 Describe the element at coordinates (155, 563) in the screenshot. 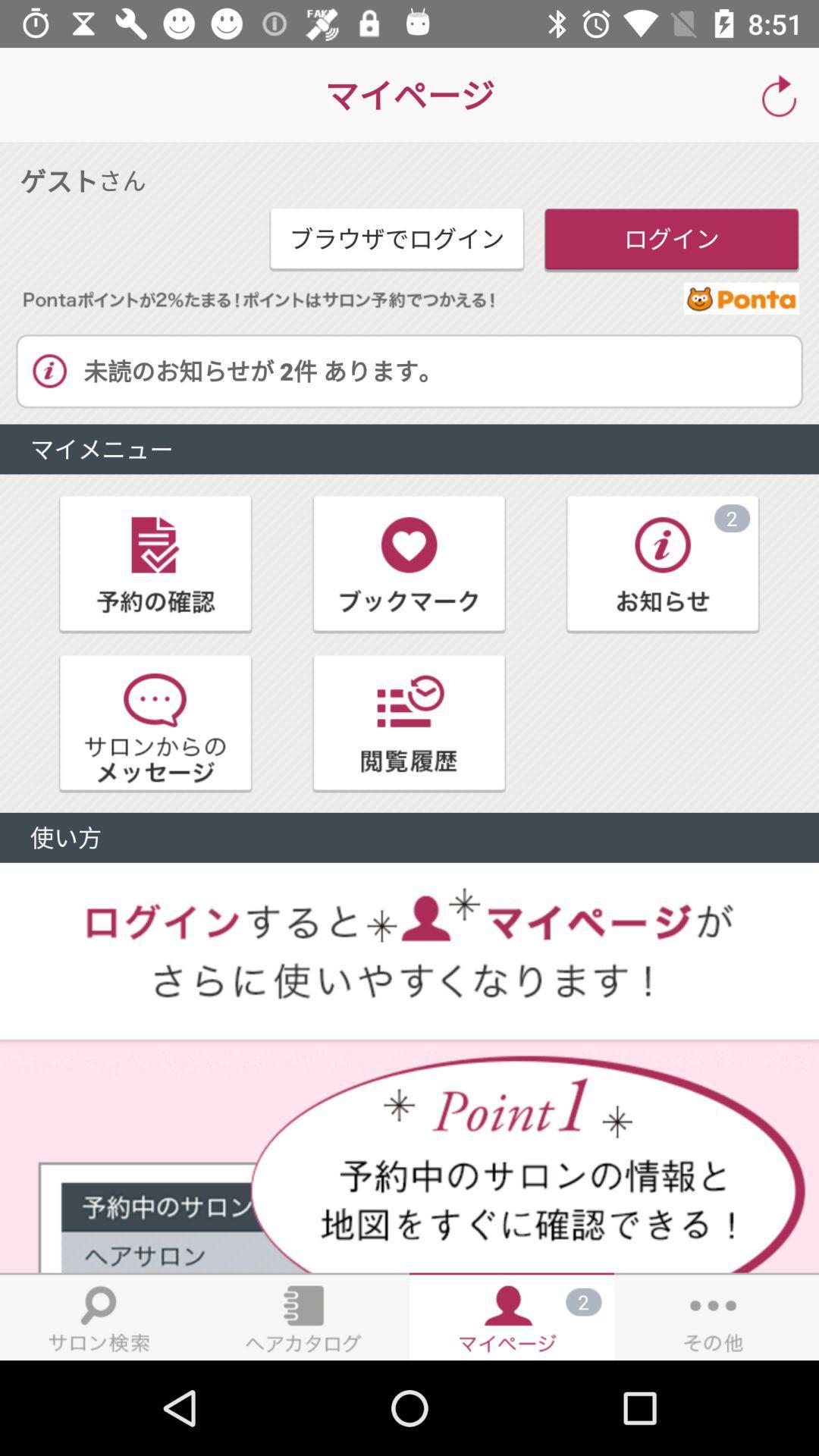

I see `the videocam icon` at that location.